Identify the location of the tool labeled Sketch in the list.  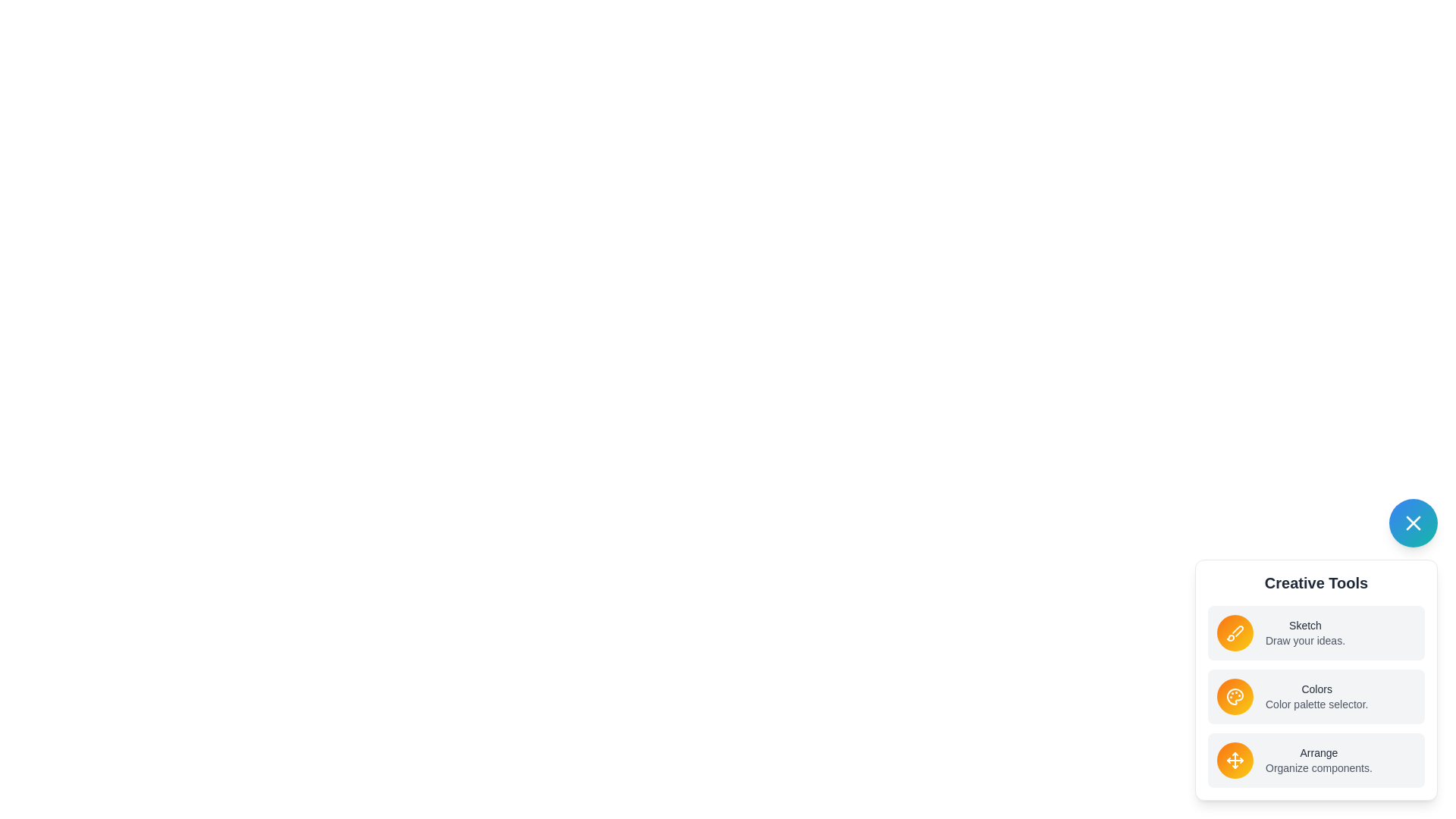
(1316, 632).